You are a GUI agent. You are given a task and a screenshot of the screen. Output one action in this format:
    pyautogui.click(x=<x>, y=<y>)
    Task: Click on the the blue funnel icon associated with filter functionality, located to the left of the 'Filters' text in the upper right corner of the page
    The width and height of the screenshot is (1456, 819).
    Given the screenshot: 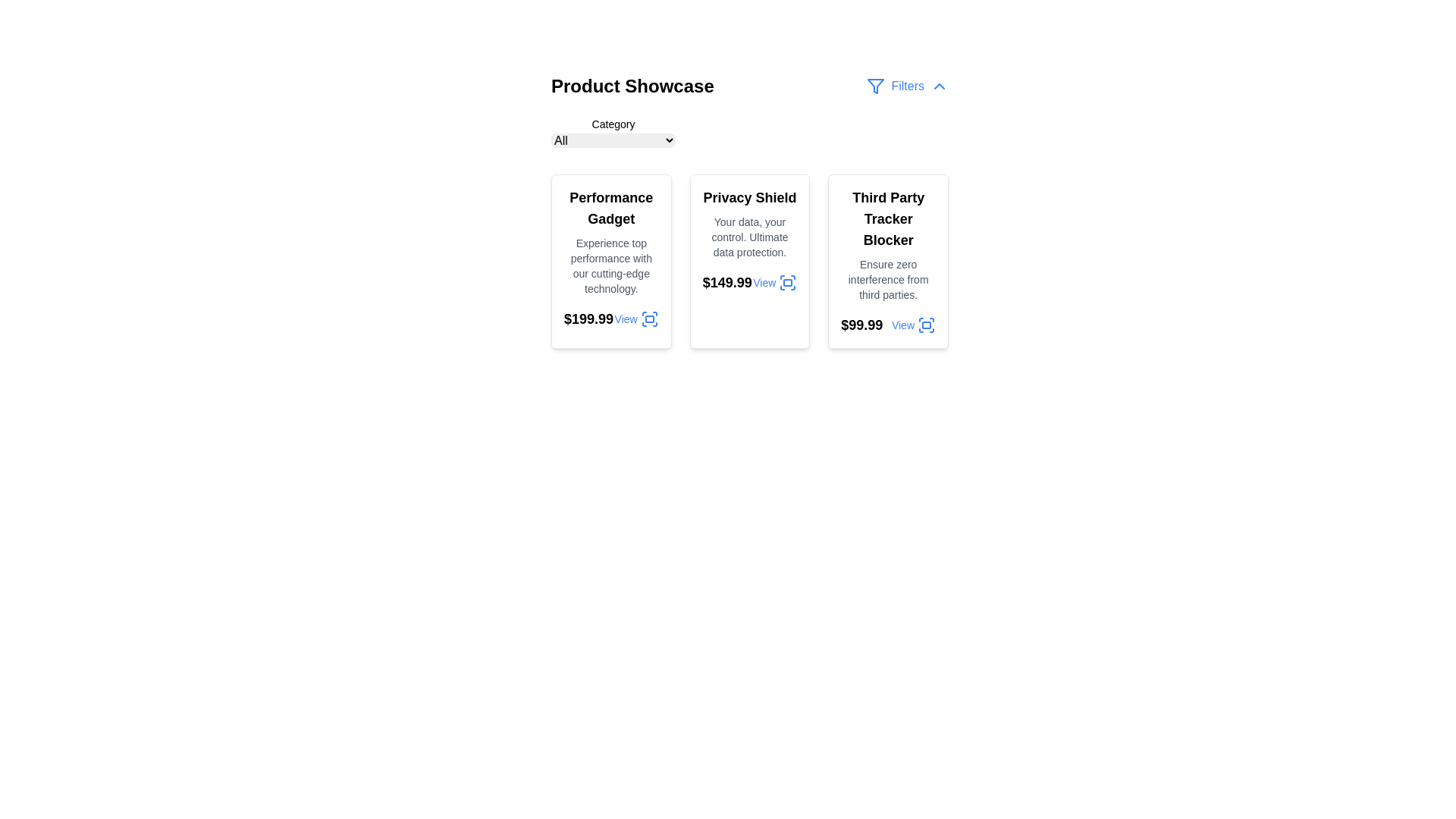 What is the action you would take?
    pyautogui.click(x=876, y=86)
    